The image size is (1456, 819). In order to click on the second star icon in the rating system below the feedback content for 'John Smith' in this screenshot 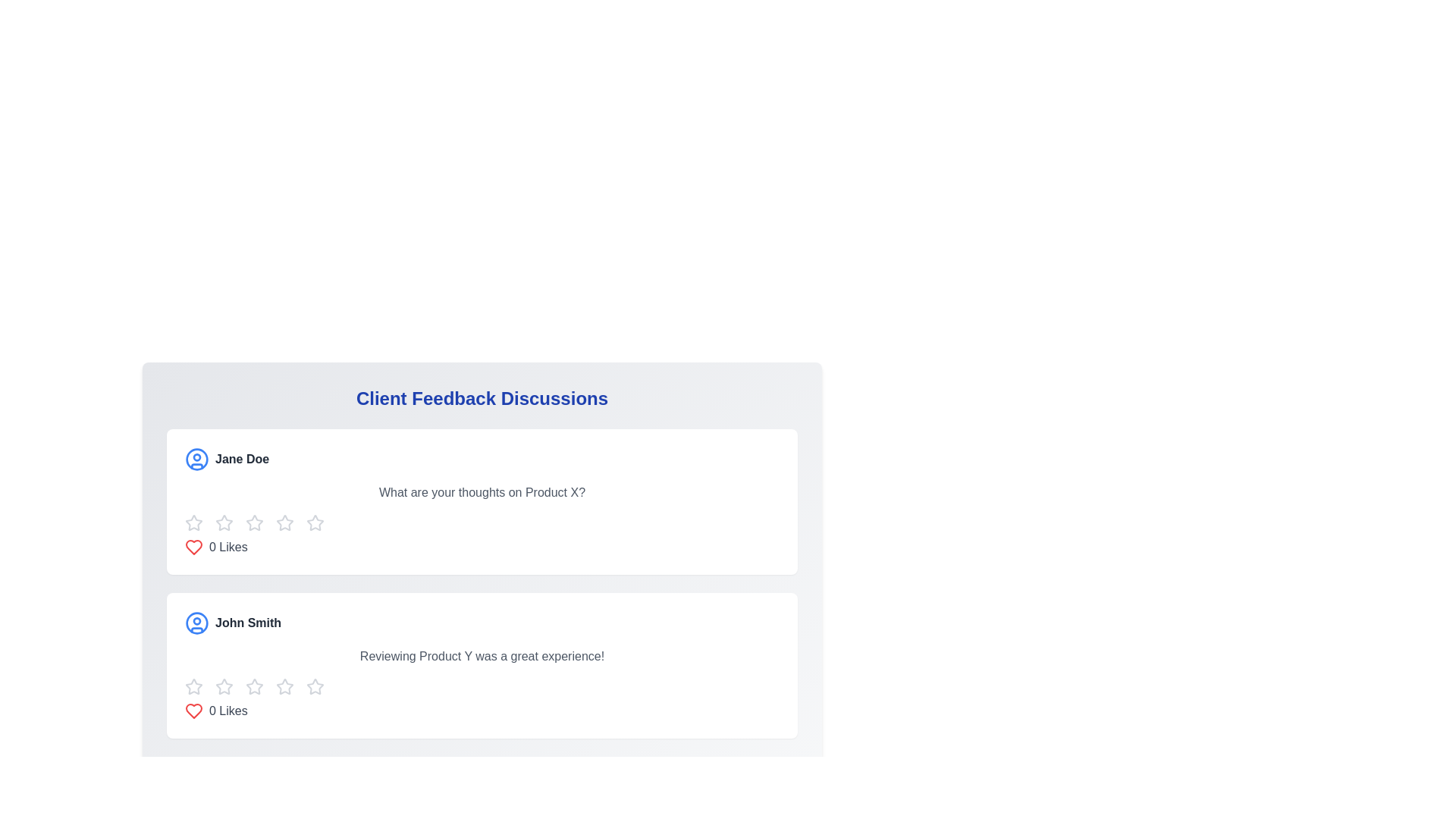, I will do `click(224, 687)`.